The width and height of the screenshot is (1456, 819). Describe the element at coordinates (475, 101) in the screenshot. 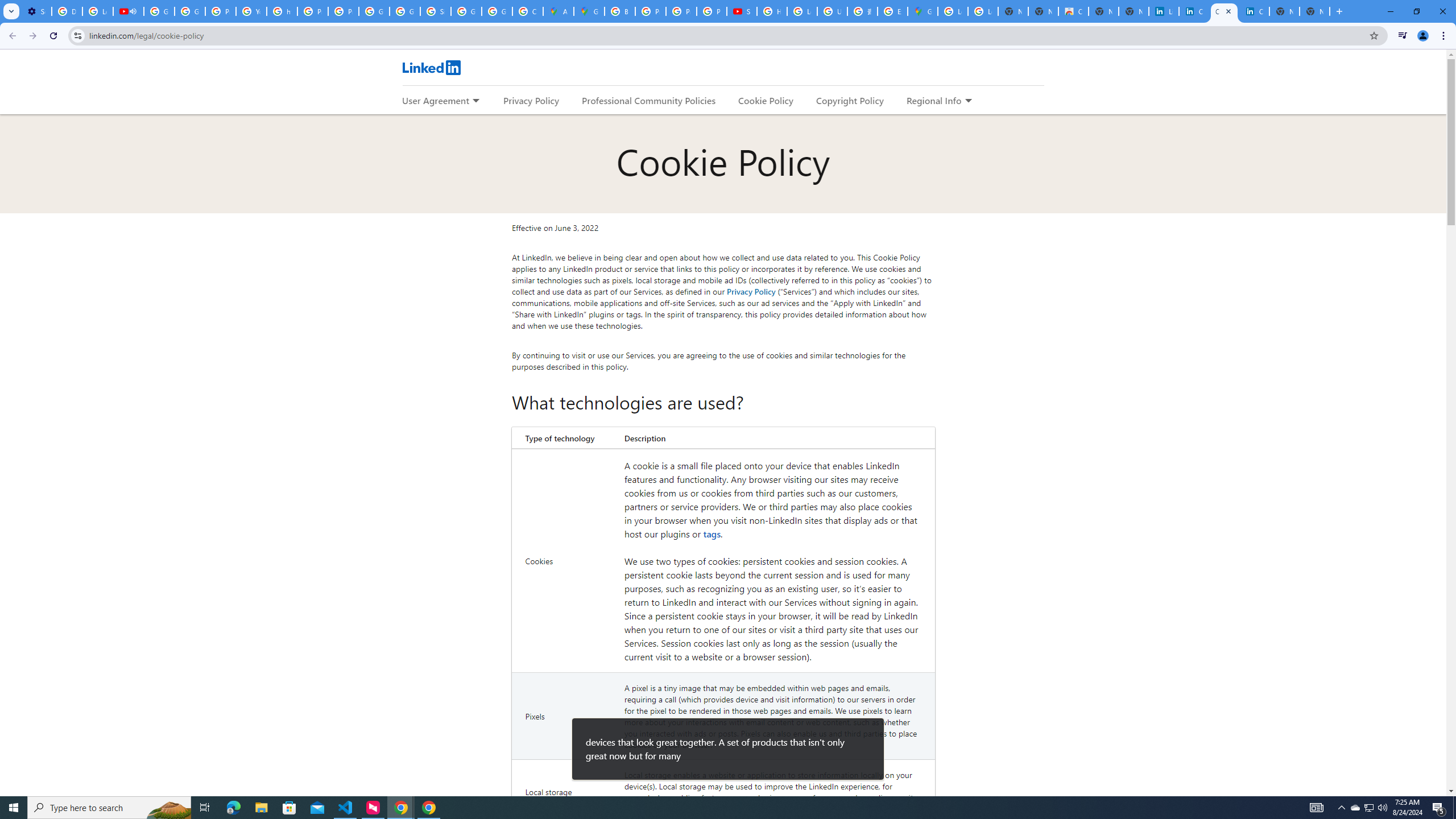

I see `'Expand to show more links for User Agreement'` at that location.